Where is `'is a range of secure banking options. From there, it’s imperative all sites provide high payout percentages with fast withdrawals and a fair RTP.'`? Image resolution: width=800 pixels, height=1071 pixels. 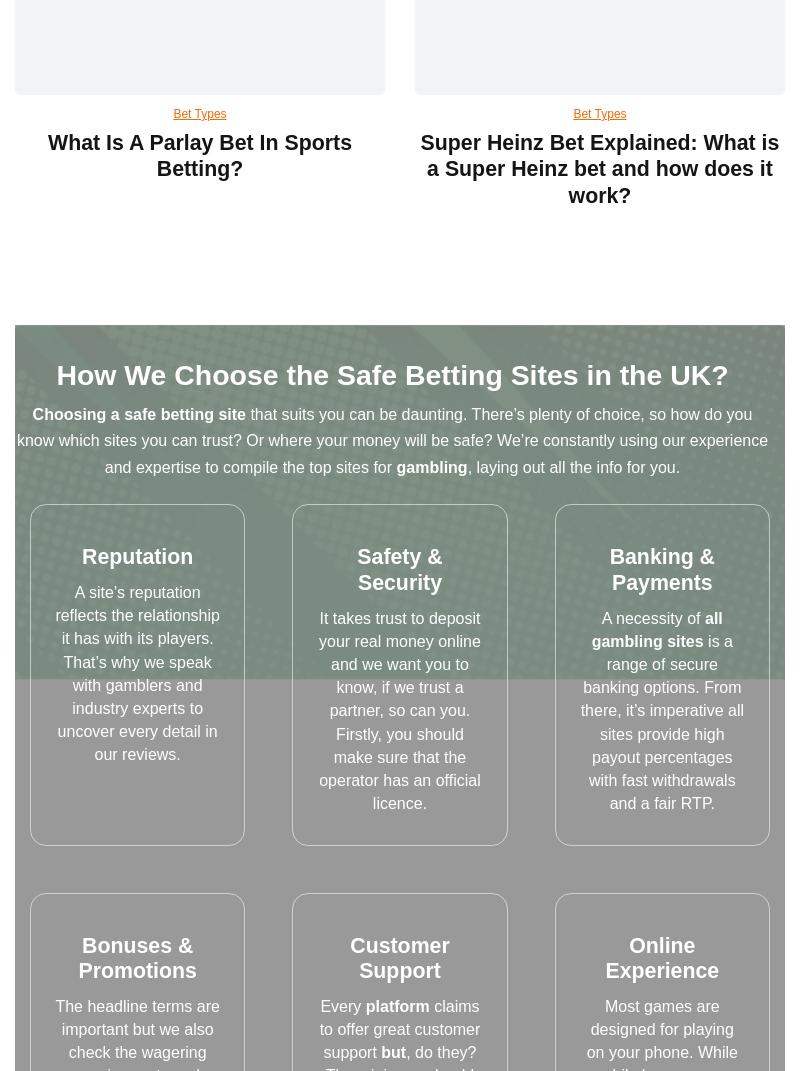
'is a range of secure banking options. From there, it’s imperative all sites provide high payout percentages with fast withdrawals and a fair RTP.' is located at coordinates (660, 721).